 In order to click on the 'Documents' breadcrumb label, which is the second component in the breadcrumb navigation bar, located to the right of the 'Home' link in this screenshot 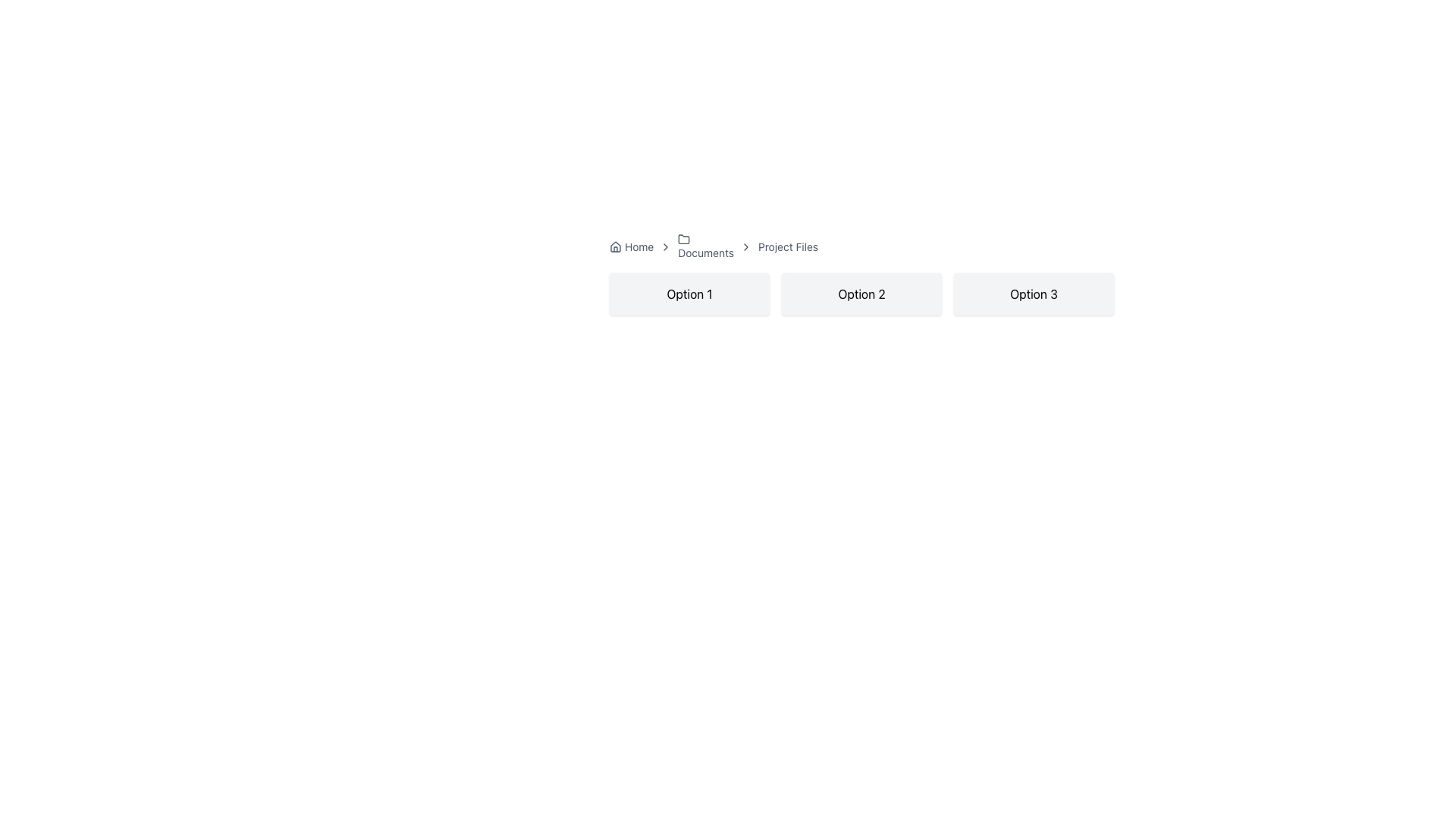, I will do `click(705, 246)`.